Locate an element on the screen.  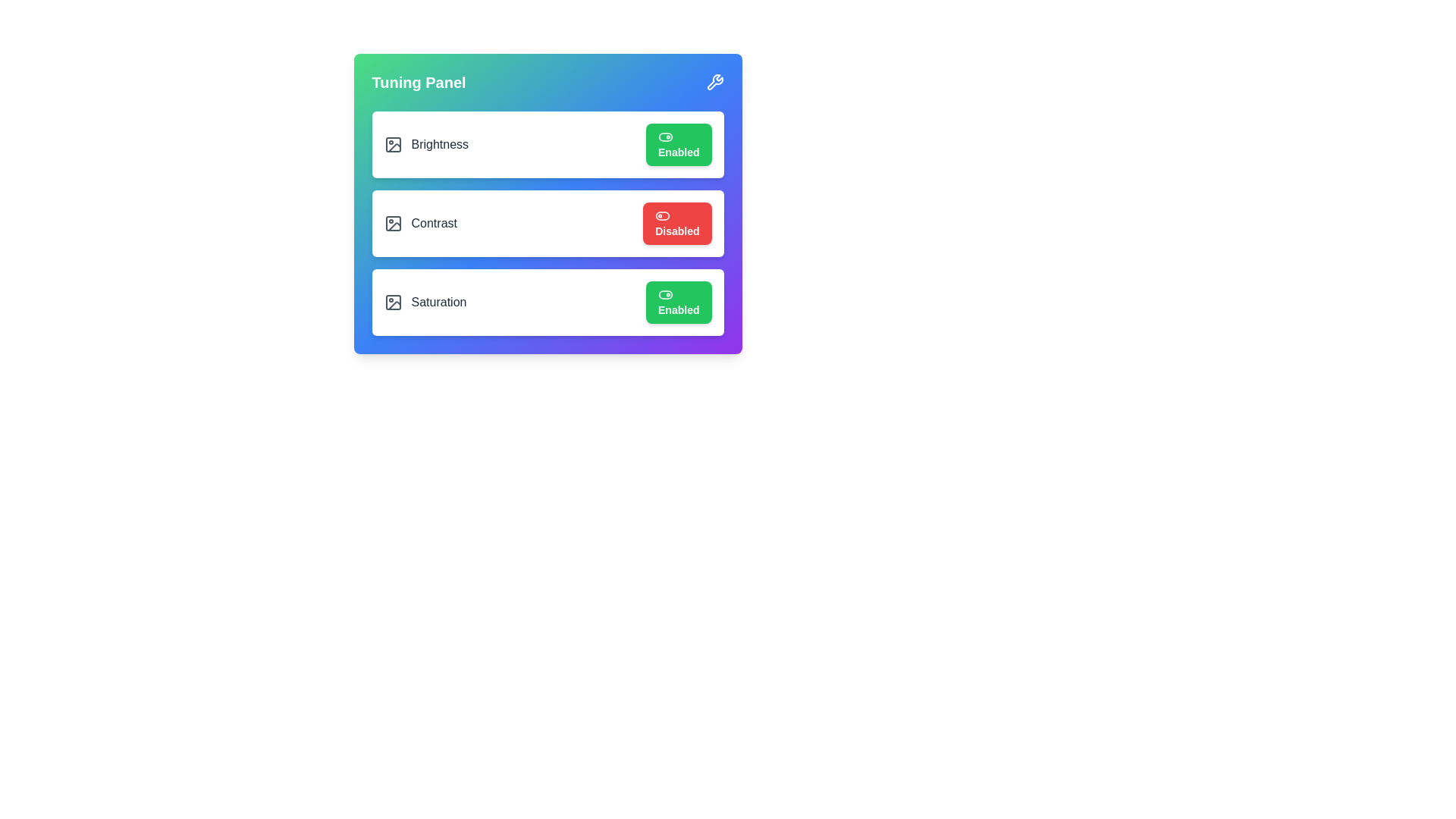
the 'Brightness' toggle to observe the hover animation is located at coordinates (677, 145).